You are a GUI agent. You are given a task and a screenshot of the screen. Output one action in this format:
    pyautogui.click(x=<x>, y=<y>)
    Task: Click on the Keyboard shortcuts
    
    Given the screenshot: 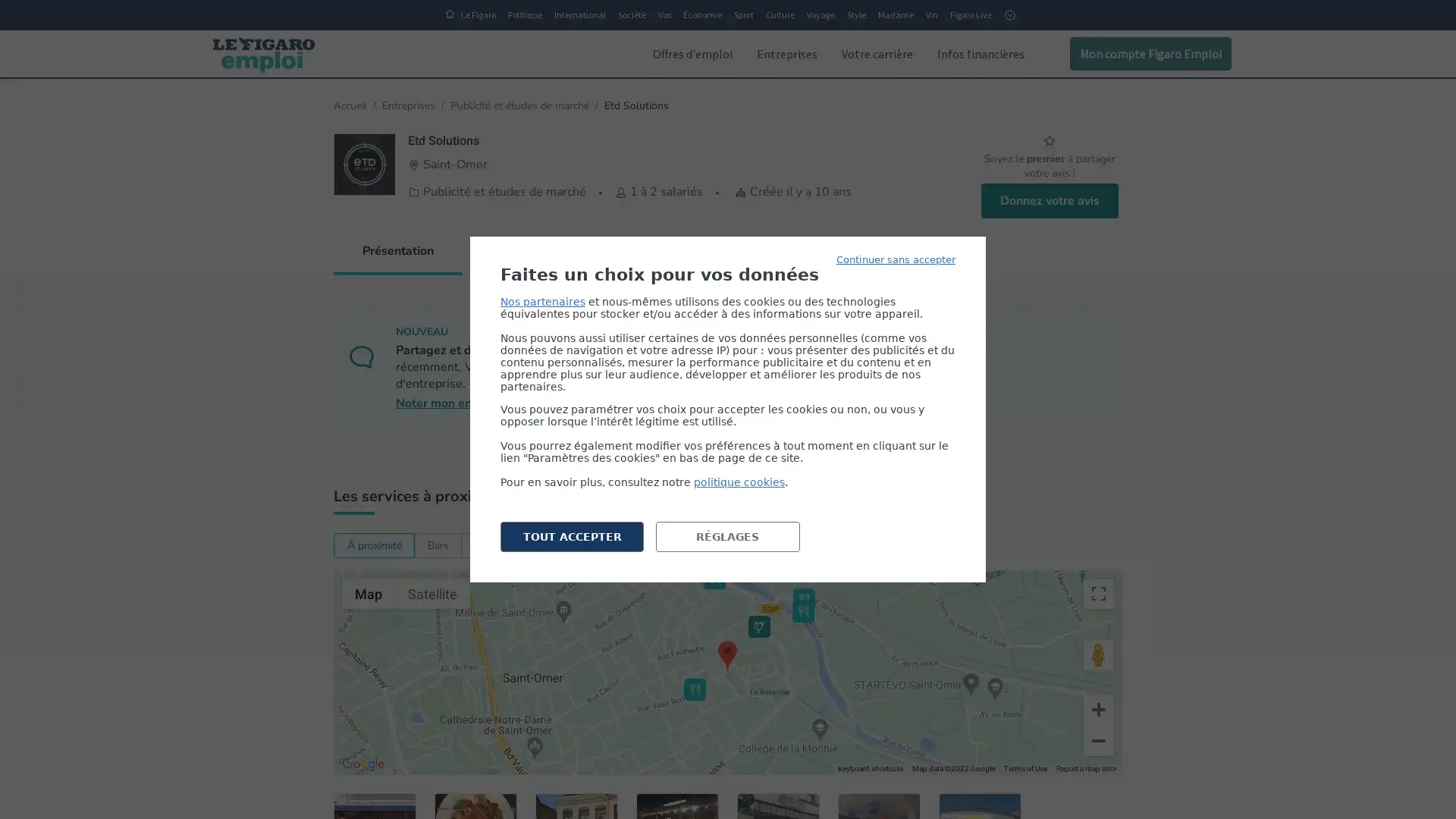 What is the action you would take?
    pyautogui.click(x=870, y=769)
    